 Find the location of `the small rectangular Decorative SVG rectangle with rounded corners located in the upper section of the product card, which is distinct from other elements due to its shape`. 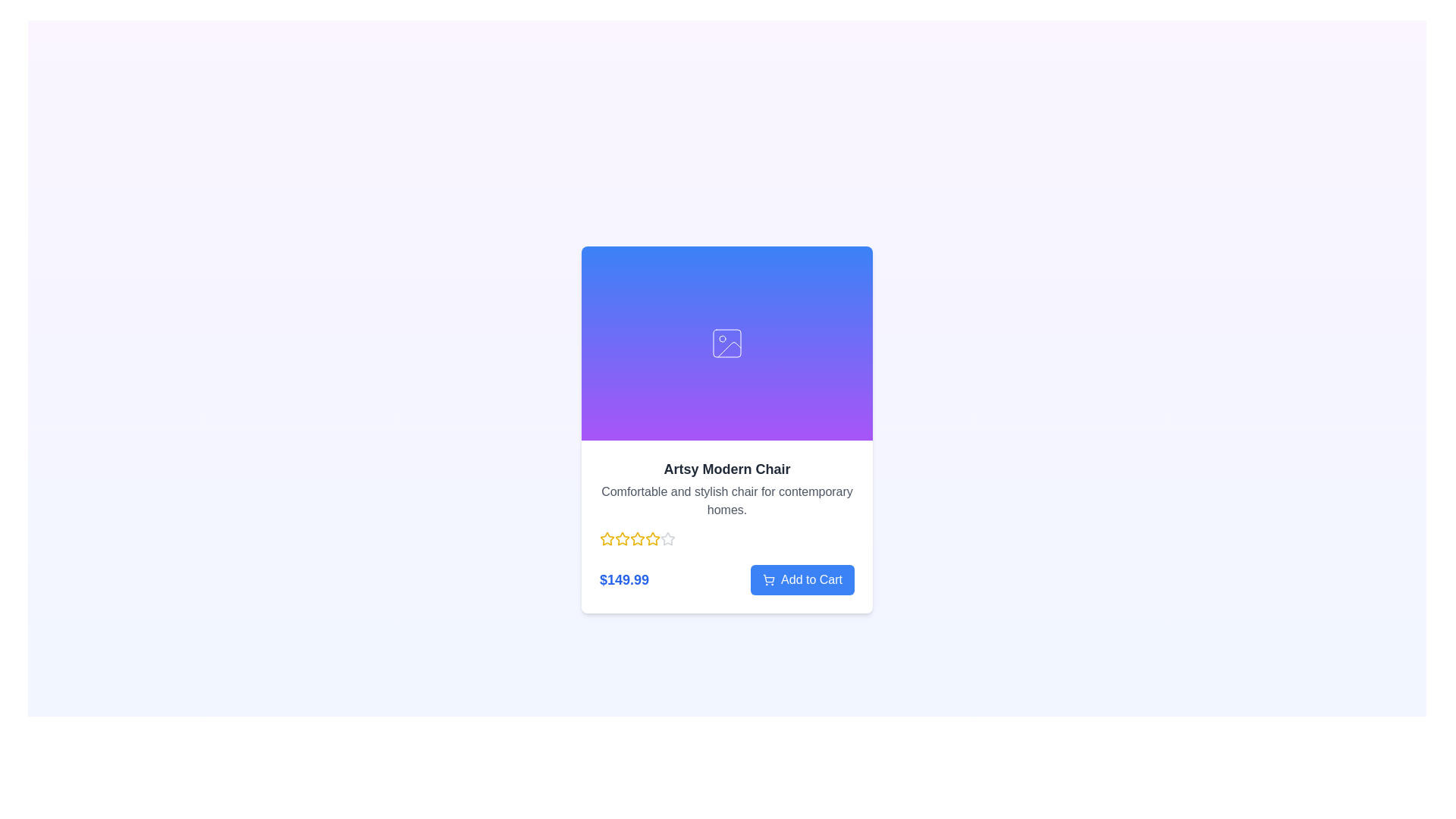

the small rectangular Decorative SVG rectangle with rounded corners located in the upper section of the product card, which is distinct from other elements due to its shape is located at coordinates (726, 343).